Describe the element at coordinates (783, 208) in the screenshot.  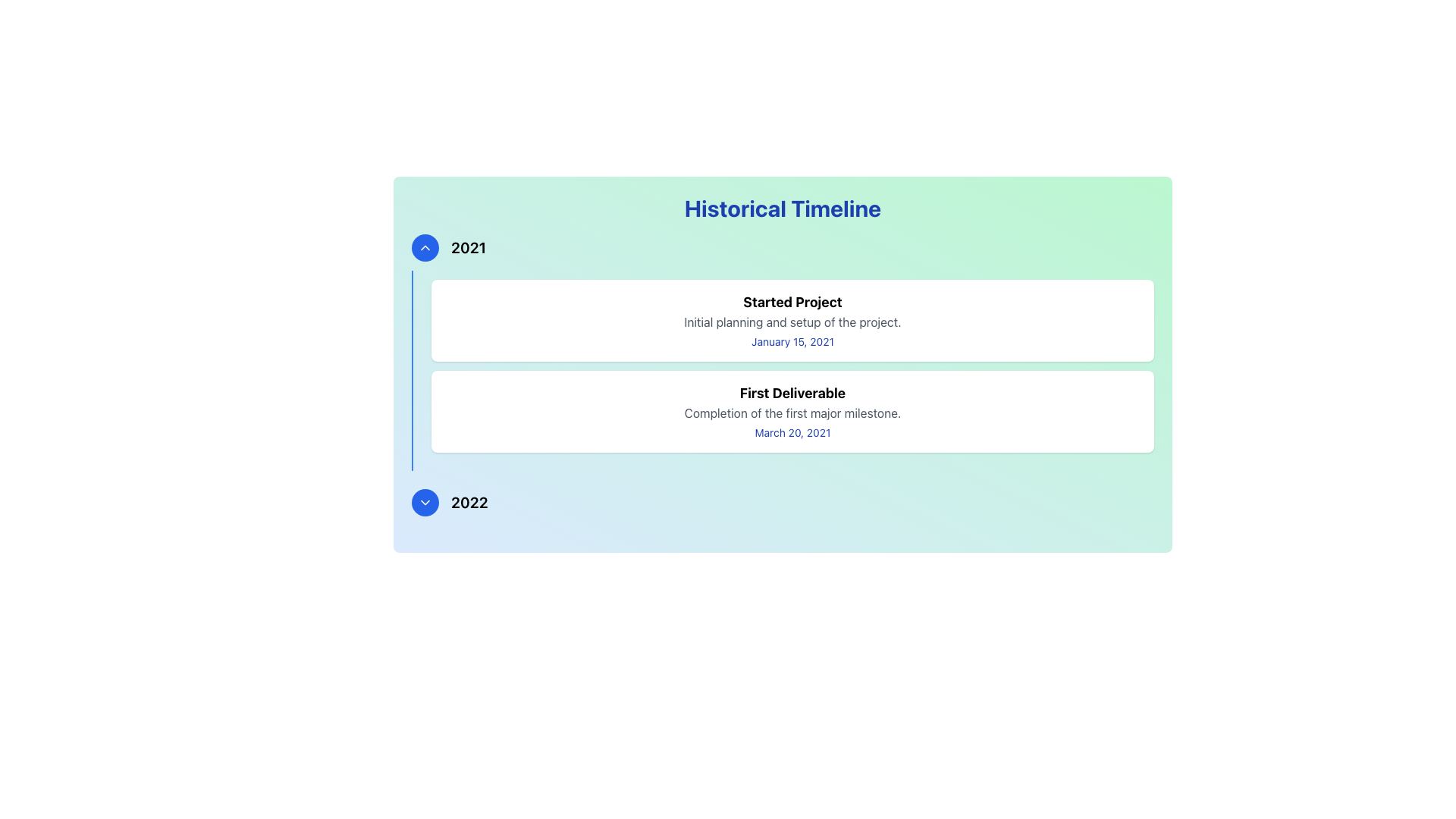
I see `text from the heading text label located at the top of the section with a gradient background, serving as the title for historical events or milestones` at that location.